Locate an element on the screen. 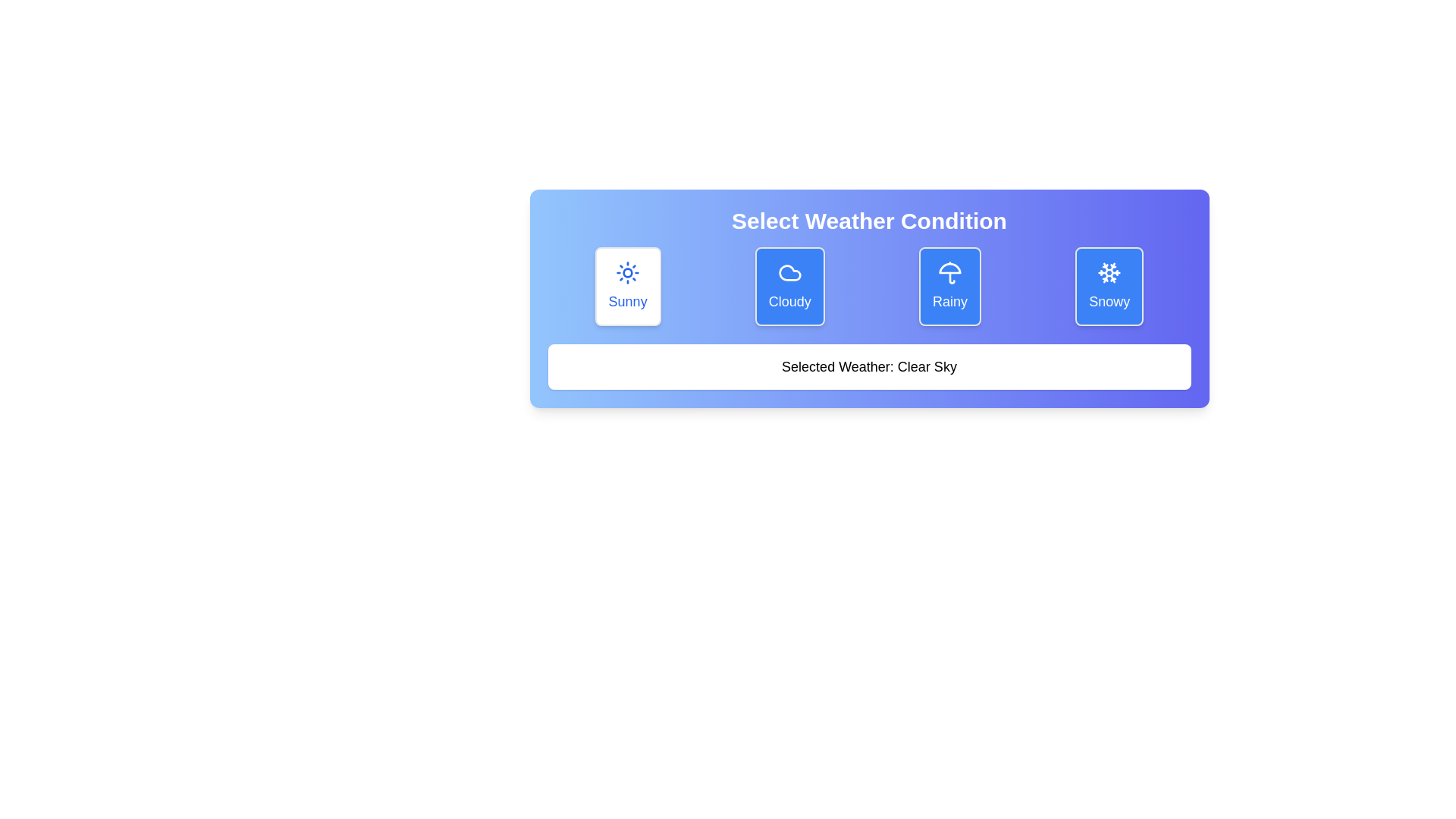 This screenshot has height=819, width=1456. the 'Snowy' button, which is the fourth option in the weather condition selector row is located at coordinates (1109, 287).